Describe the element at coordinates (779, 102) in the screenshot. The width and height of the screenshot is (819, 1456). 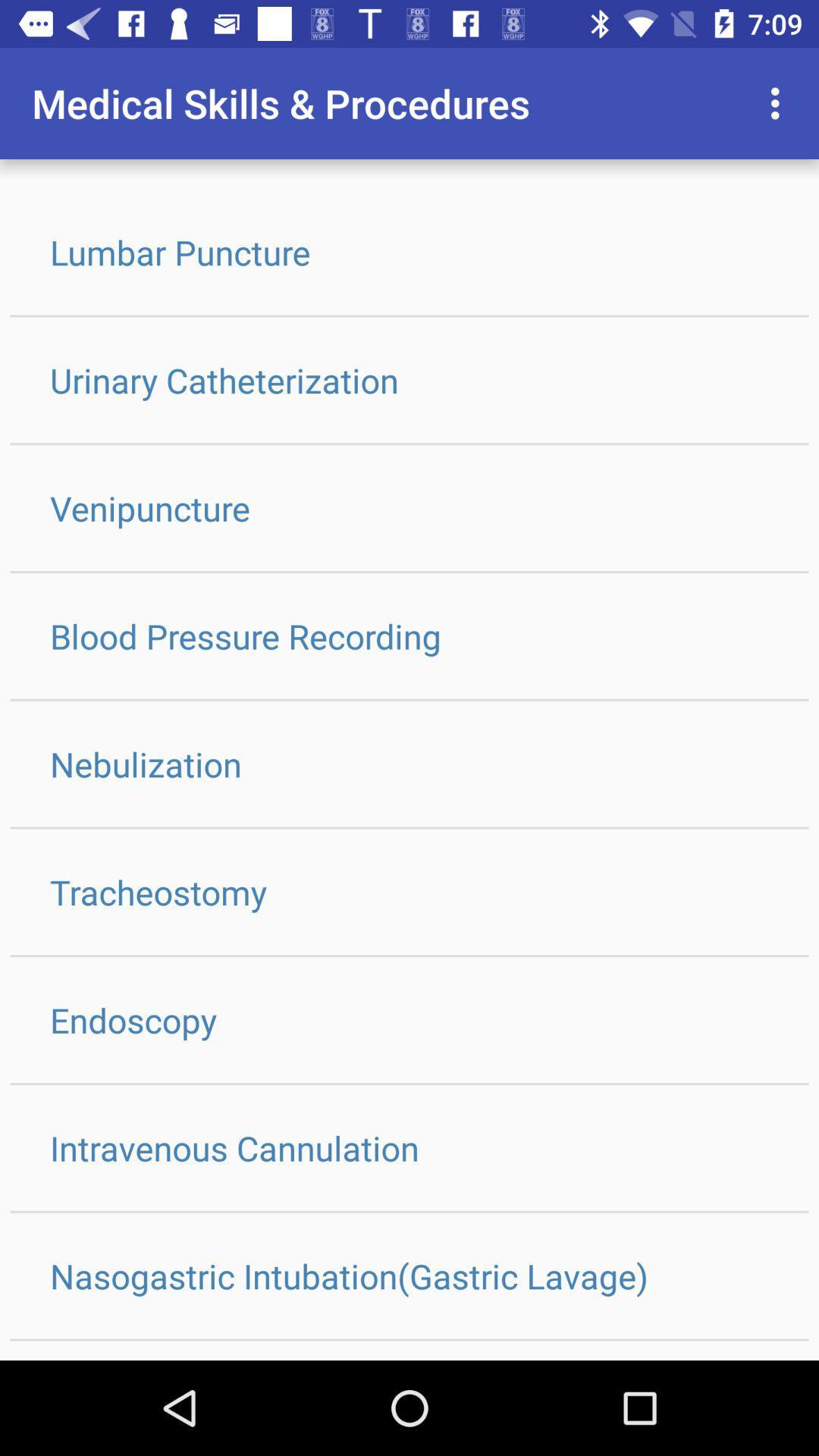
I see `the item at the top right corner` at that location.